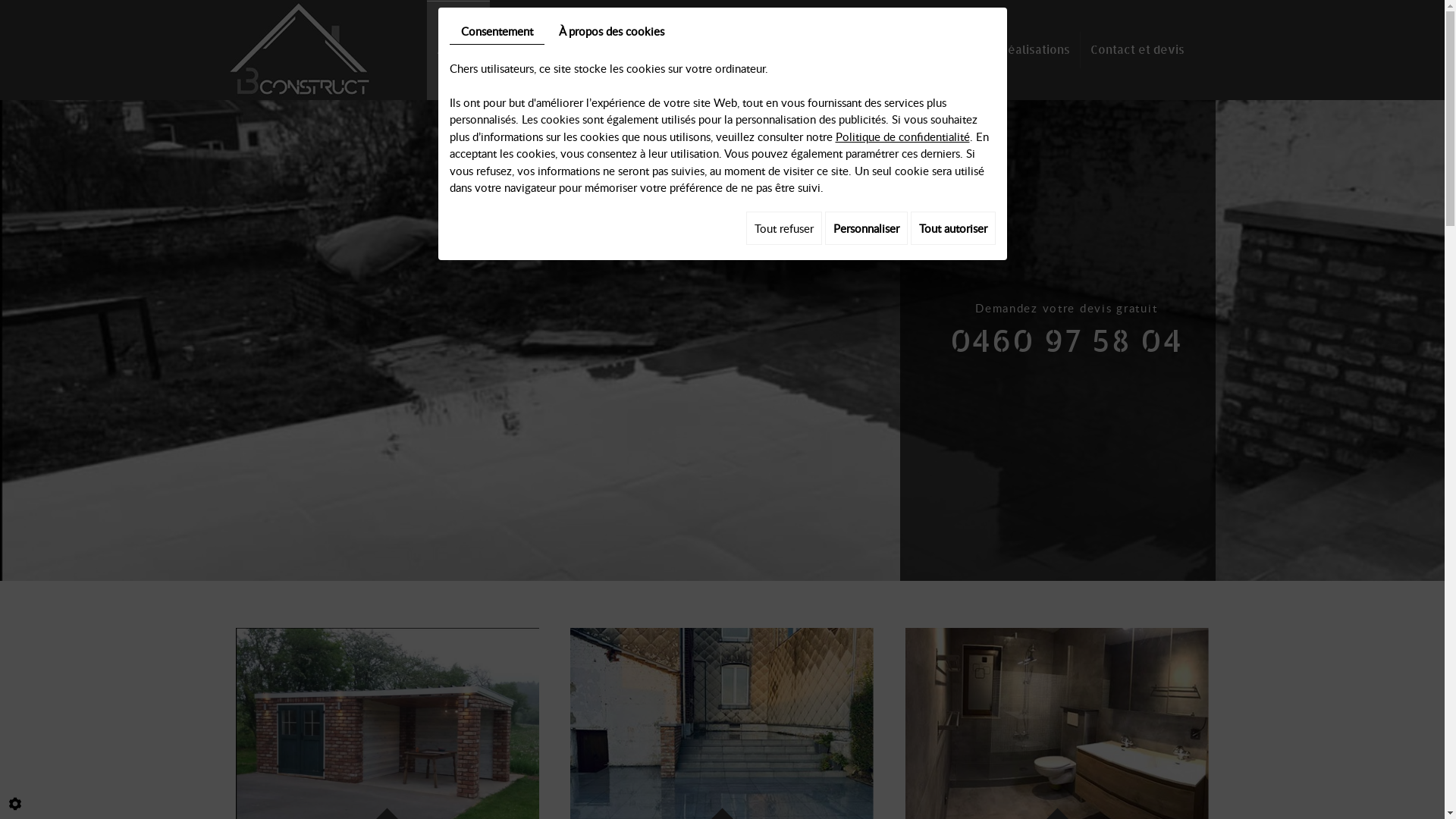 Image resolution: width=1456 pixels, height=819 pixels. What do you see at coordinates (496, 32) in the screenshot?
I see `'Consentement'` at bounding box center [496, 32].